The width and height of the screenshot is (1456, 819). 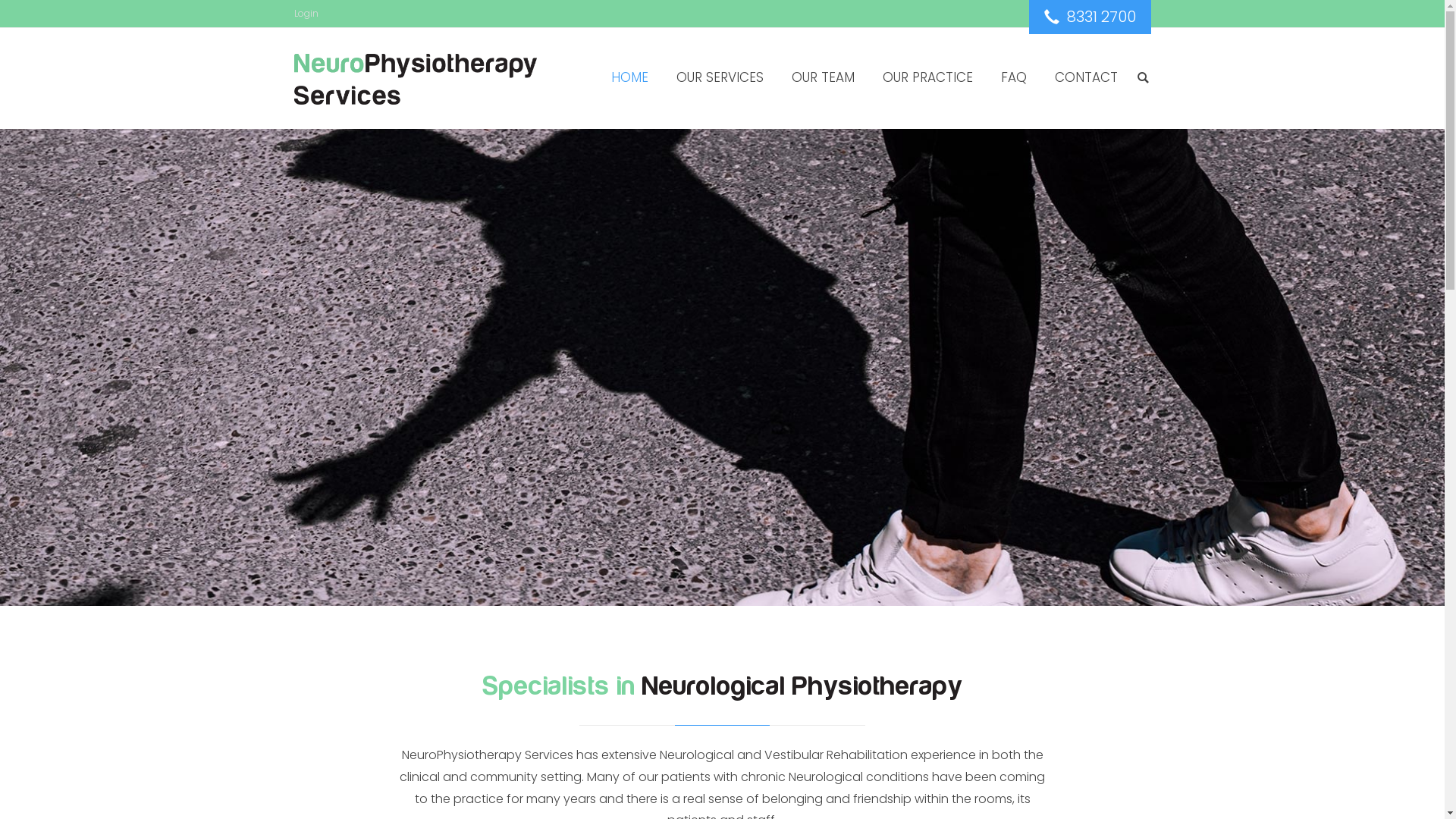 What do you see at coordinates (1040, 77) in the screenshot?
I see `'CONTACT'` at bounding box center [1040, 77].